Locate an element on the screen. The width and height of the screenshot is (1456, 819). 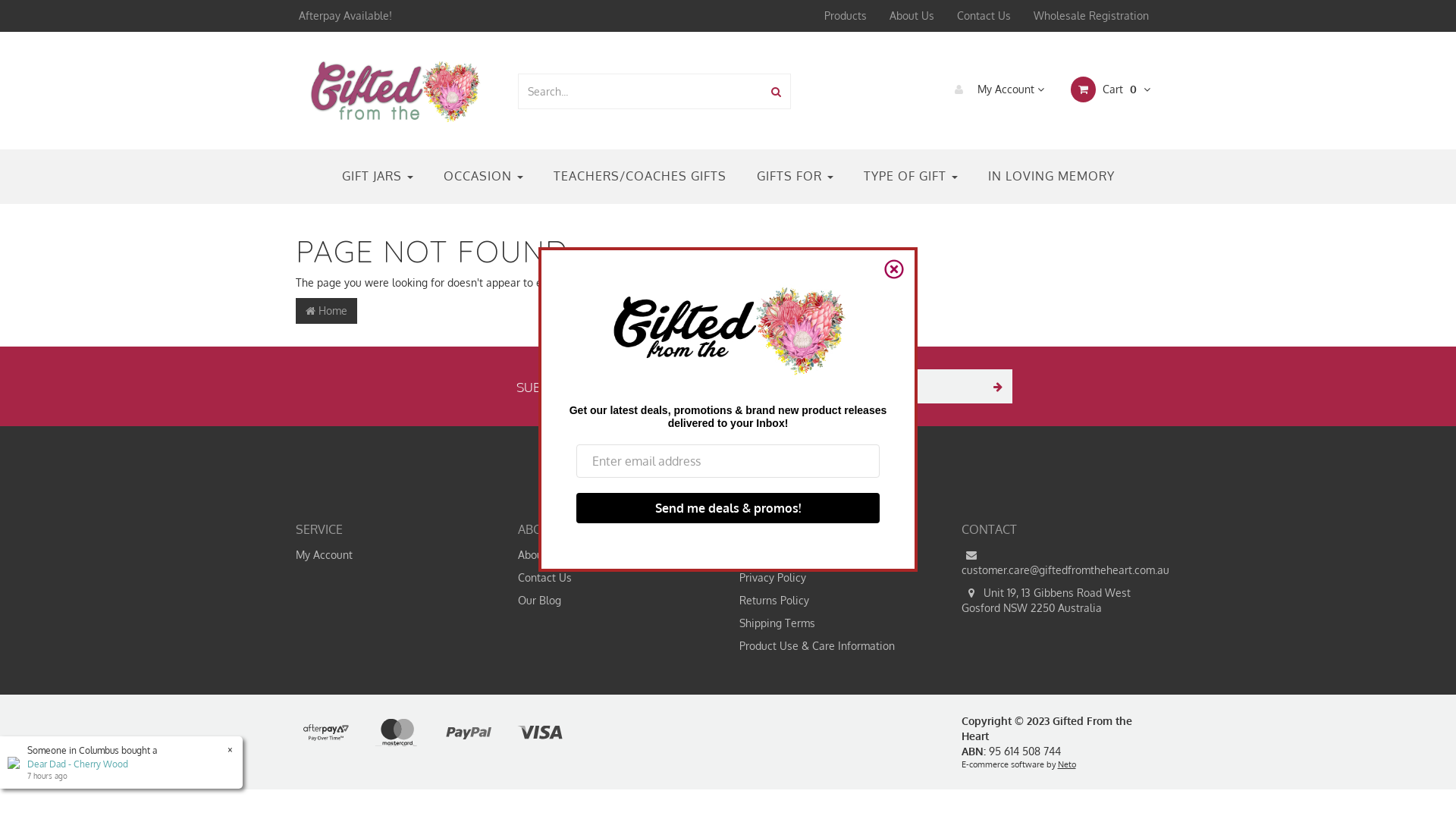
'Shipping Terms' is located at coordinates (728, 623).